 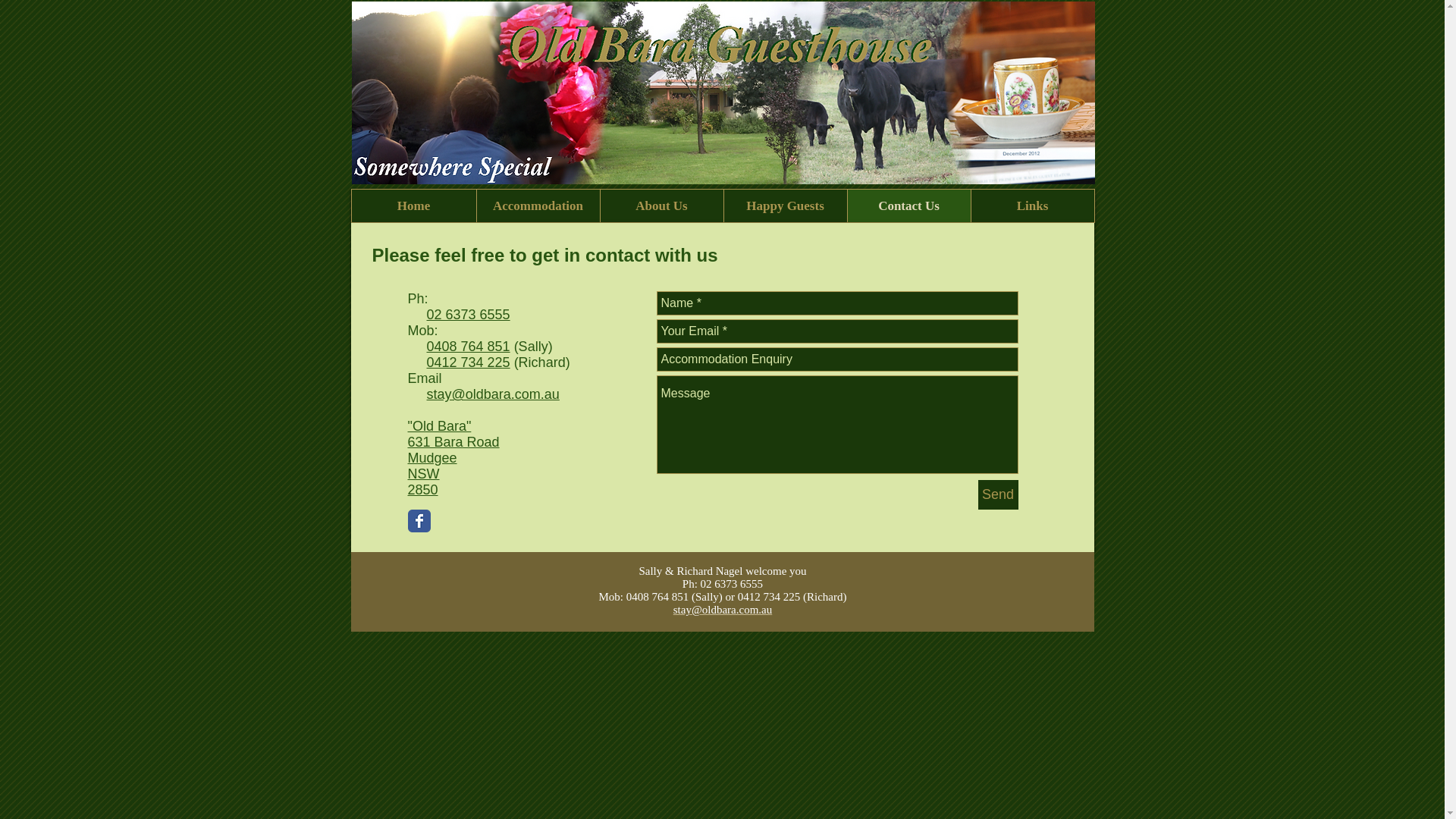 What do you see at coordinates (1031, 206) in the screenshot?
I see `'Links'` at bounding box center [1031, 206].